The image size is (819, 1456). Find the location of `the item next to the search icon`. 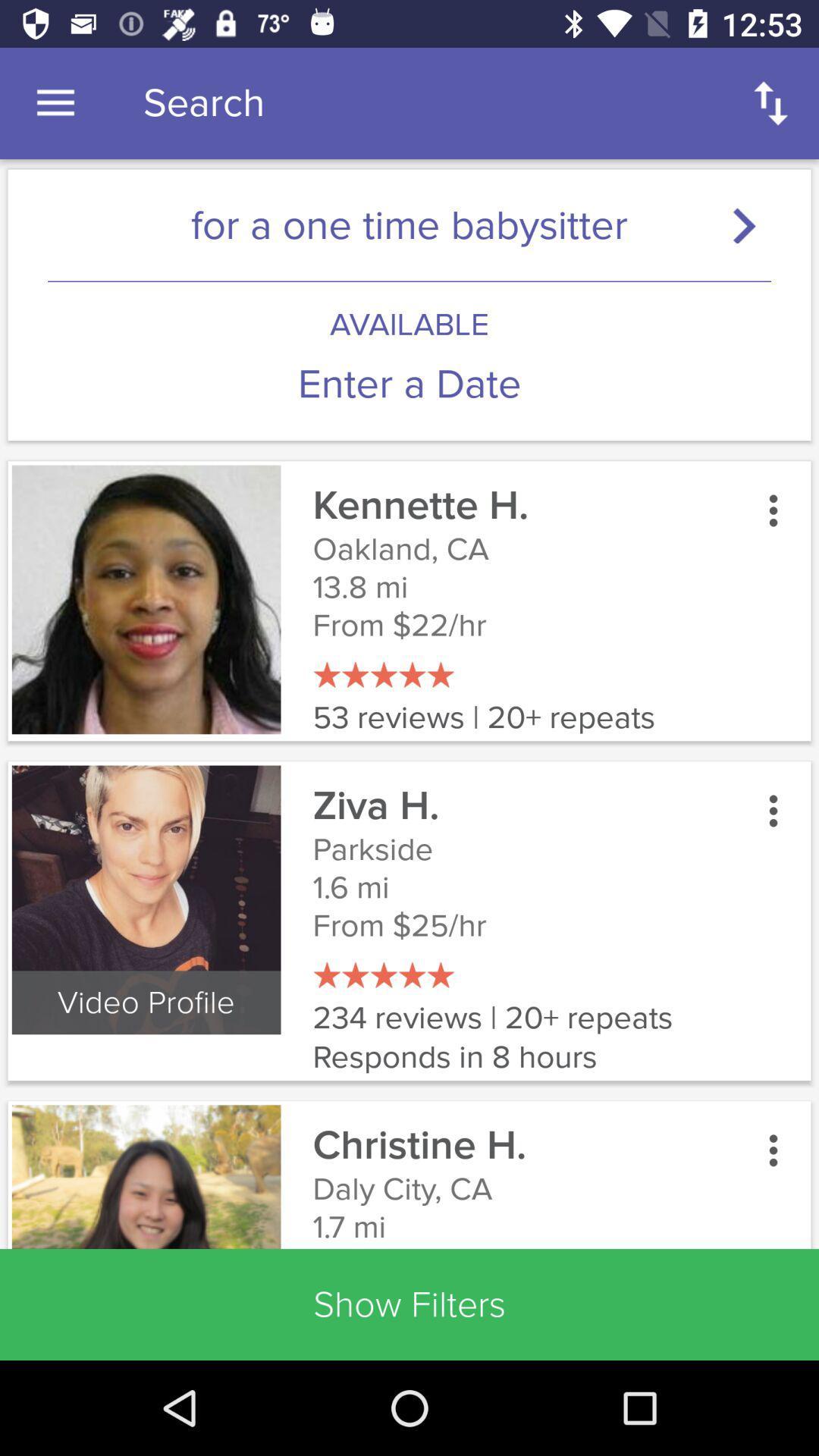

the item next to the search icon is located at coordinates (55, 102).